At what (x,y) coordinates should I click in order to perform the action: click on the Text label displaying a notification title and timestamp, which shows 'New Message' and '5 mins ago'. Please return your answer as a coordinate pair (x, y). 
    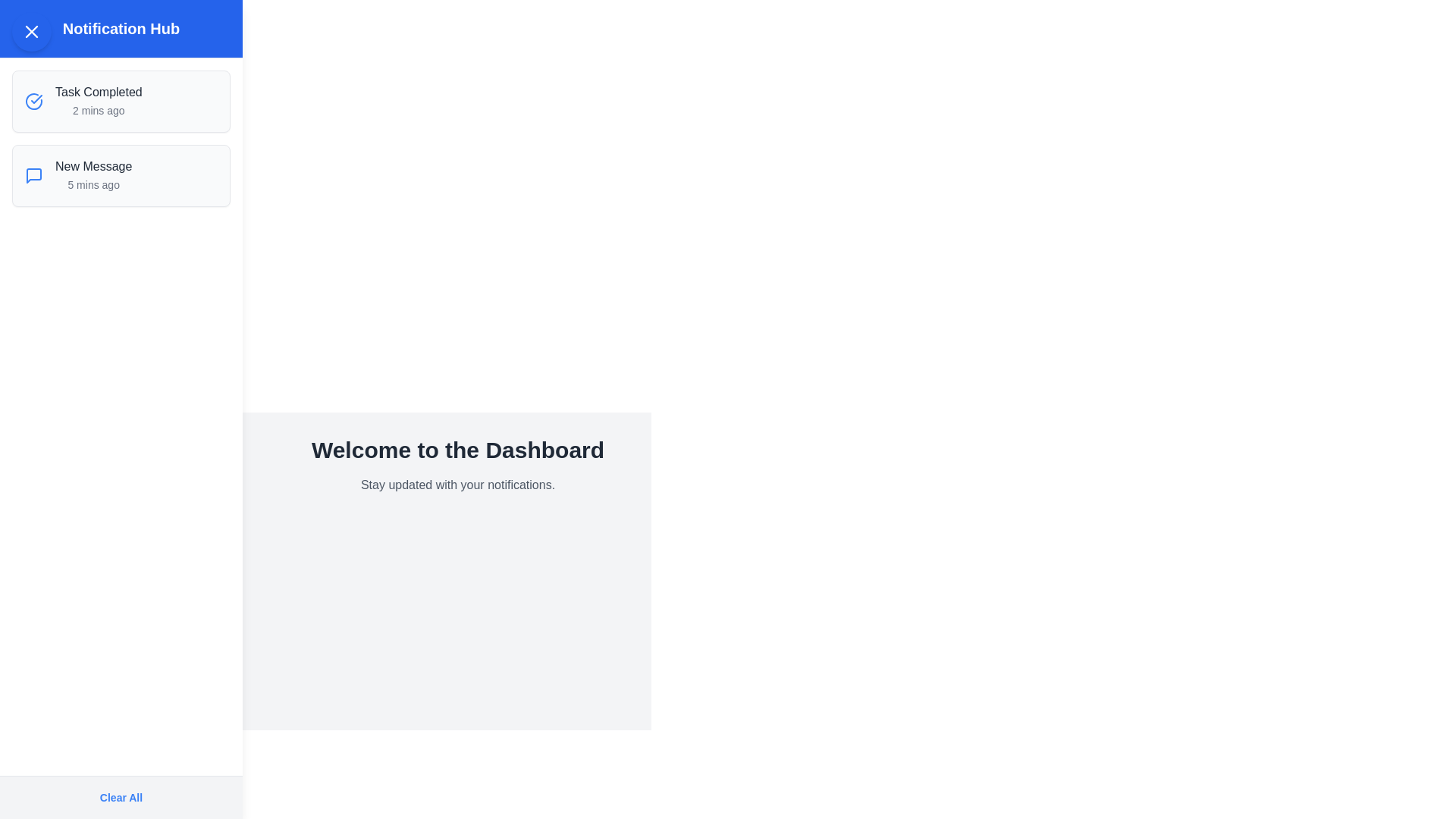
    Looking at the image, I should click on (93, 174).